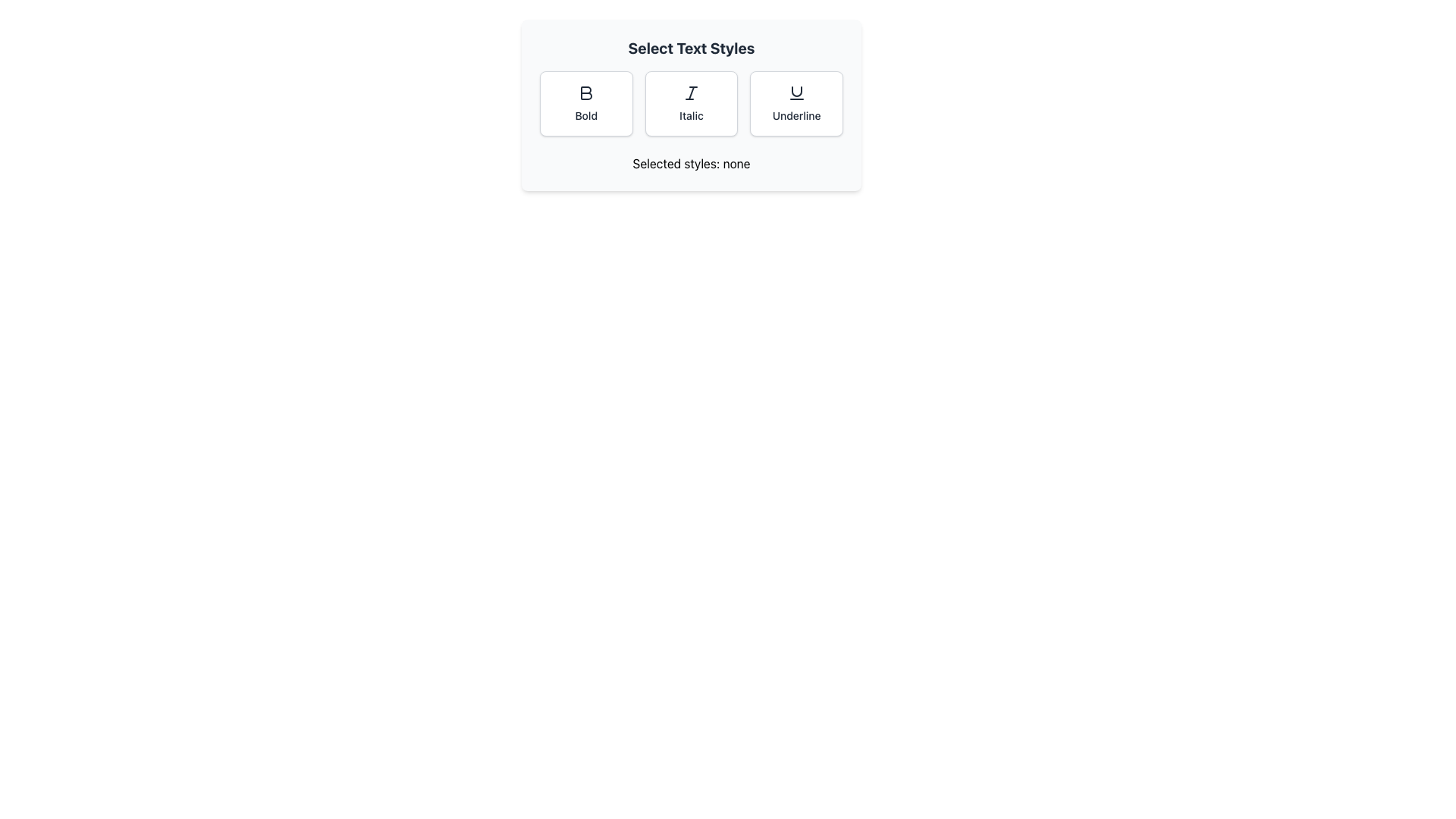 This screenshot has height=819, width=1456. What do you see at coordinates (585, 115) in the screenshot?
I see `label of the text element displaying the word 'Bold', which is located inside a white box with rounded corners and a gray border` at bounding box center [585, 115].